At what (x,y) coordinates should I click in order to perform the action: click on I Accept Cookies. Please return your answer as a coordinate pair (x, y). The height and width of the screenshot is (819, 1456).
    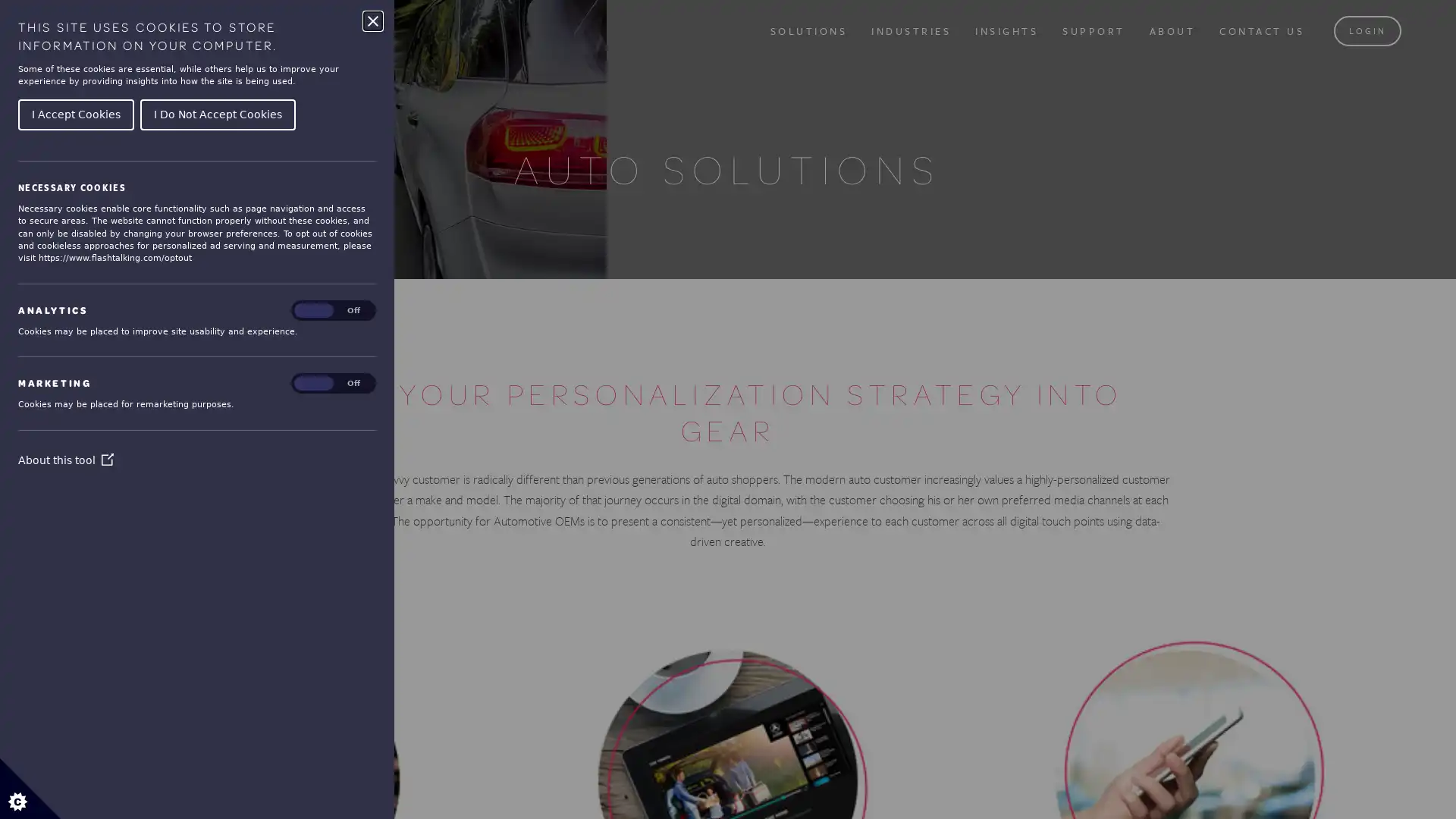
    Looking at the image, I should click on (75, 113).